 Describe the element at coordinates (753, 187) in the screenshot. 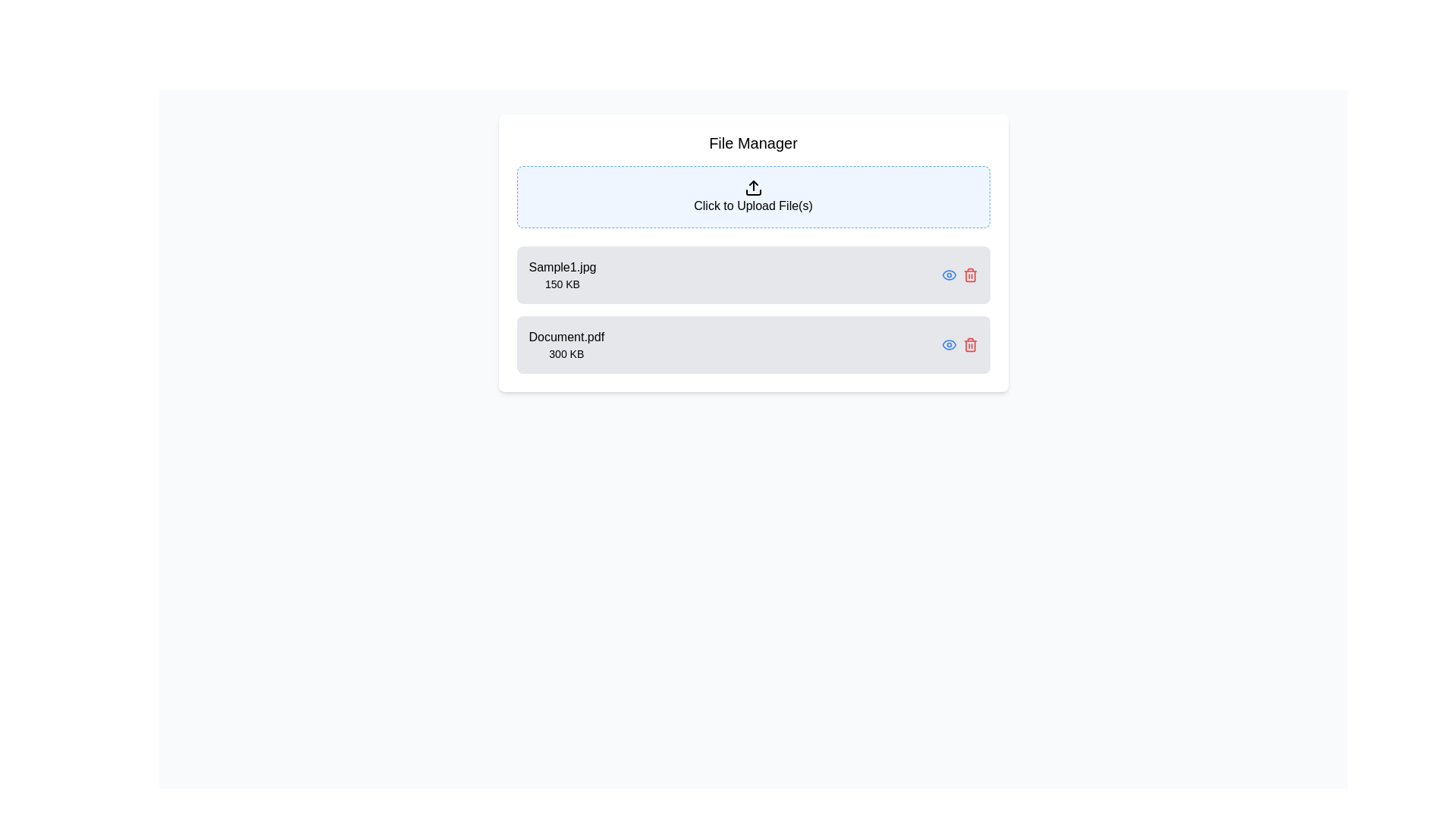

I see `the Upload Indicator icon, which is an upward arrow with a straight line, located in the File Upload section above the 'Click to Upload File(s)' label` at that location.